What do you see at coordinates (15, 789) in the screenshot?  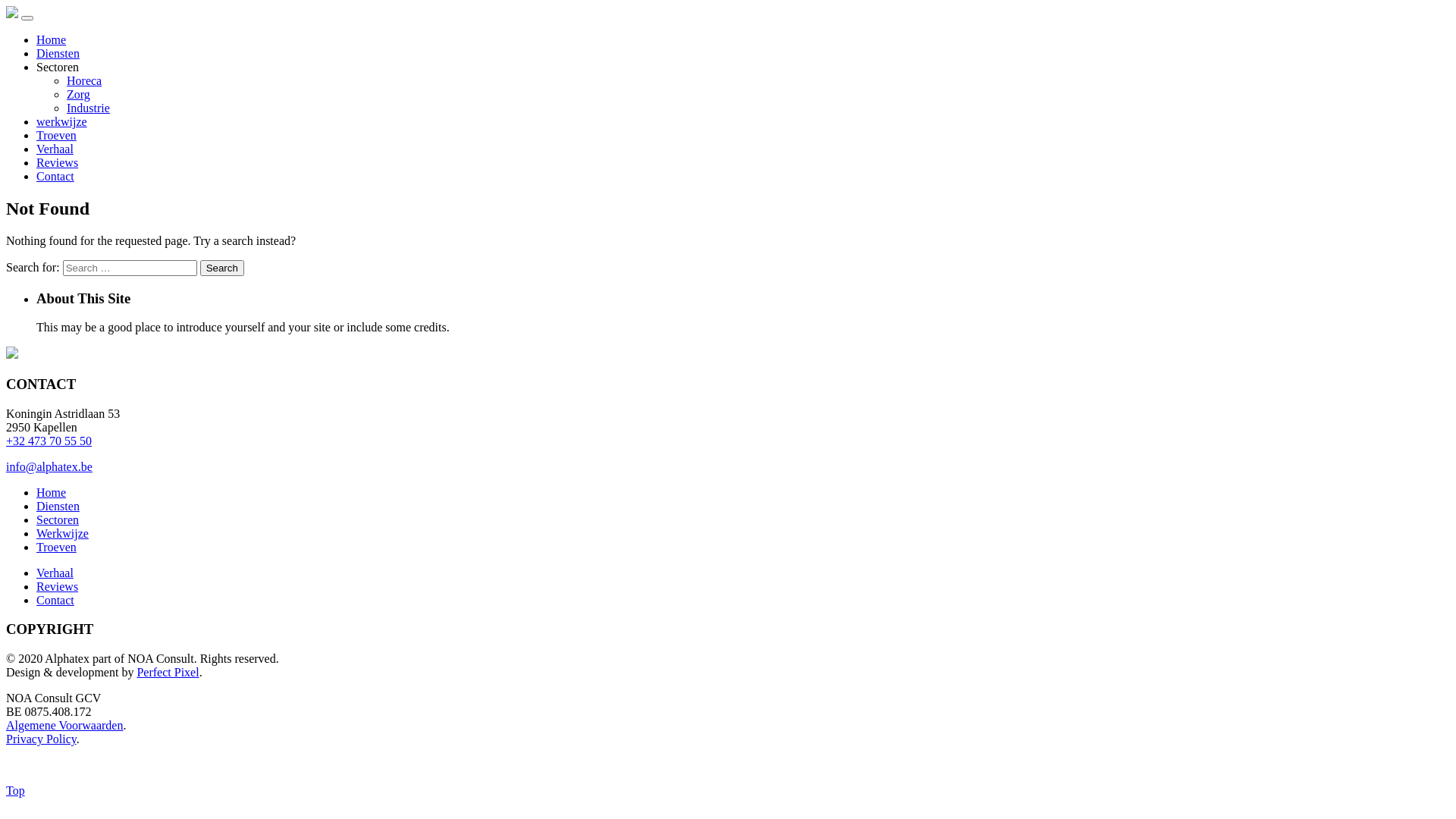 I see `'Top'` at bounding box center [15, 789].